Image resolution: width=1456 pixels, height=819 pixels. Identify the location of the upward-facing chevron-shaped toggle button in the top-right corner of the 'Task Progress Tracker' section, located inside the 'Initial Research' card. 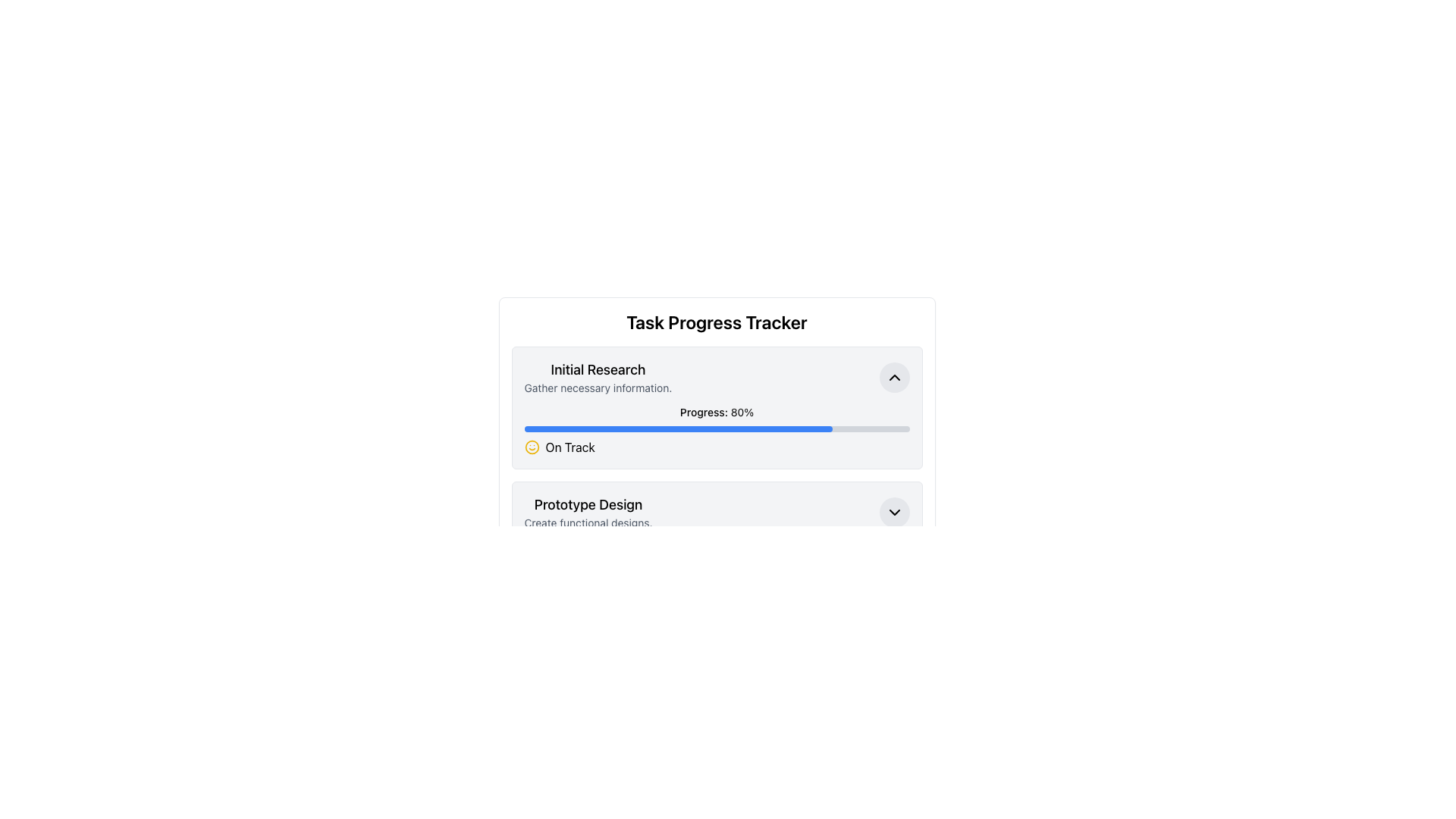
(894, 376).